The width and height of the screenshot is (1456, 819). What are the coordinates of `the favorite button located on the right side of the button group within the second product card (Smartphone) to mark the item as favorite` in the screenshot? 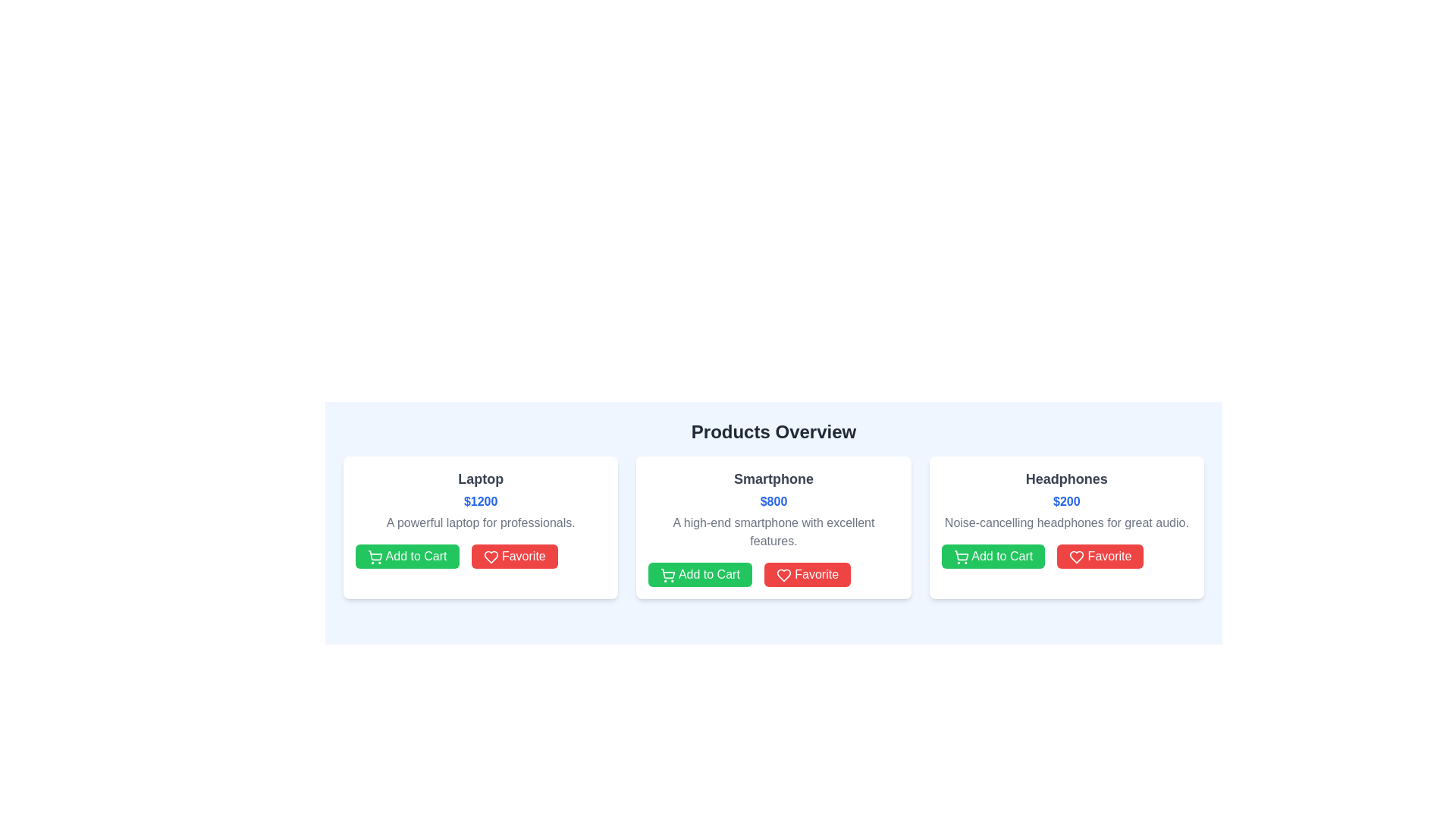 It's located at (807, 575).